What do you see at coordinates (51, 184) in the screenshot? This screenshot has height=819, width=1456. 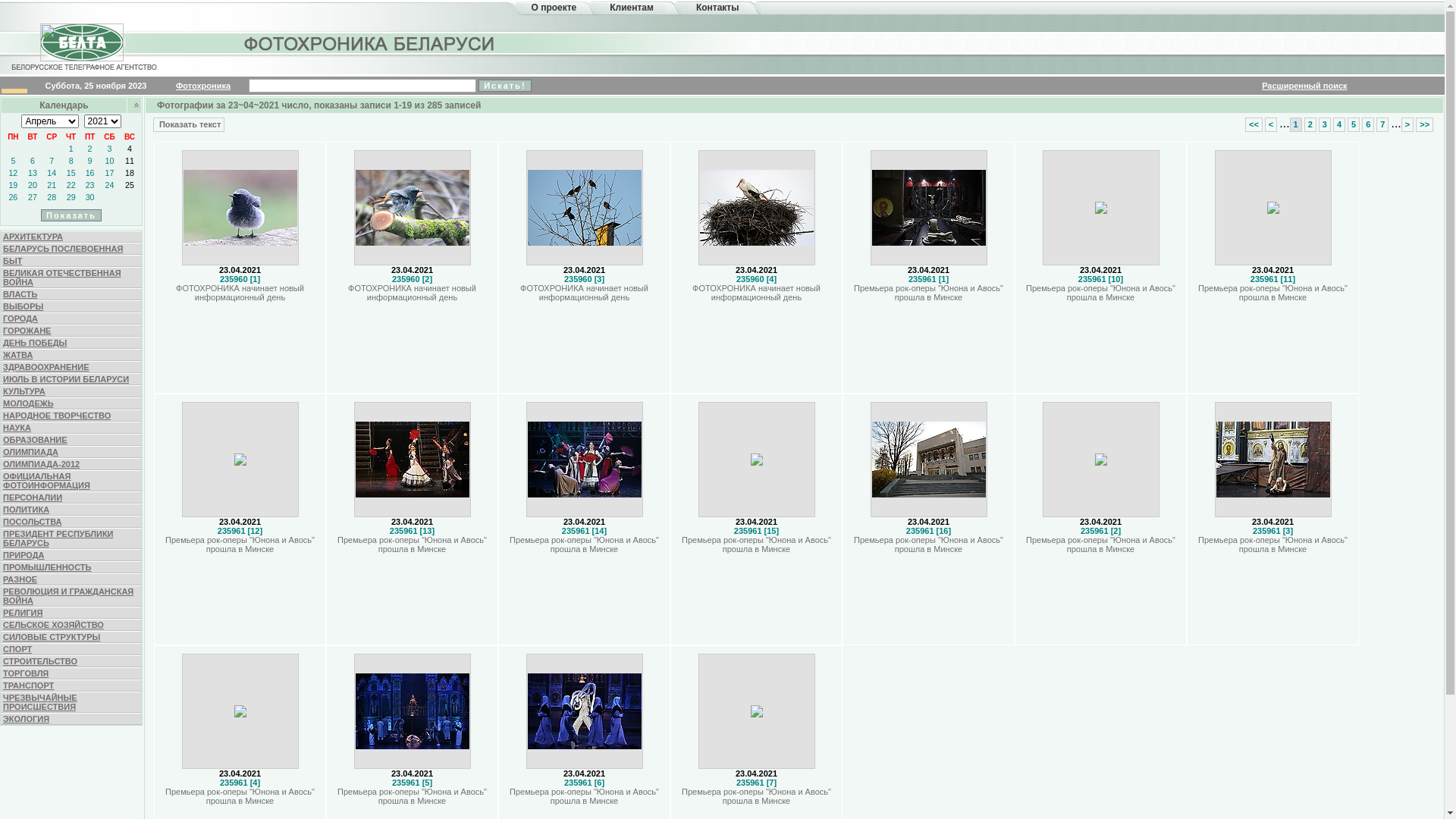 I see `'21'` at bounding box center [51, 184].